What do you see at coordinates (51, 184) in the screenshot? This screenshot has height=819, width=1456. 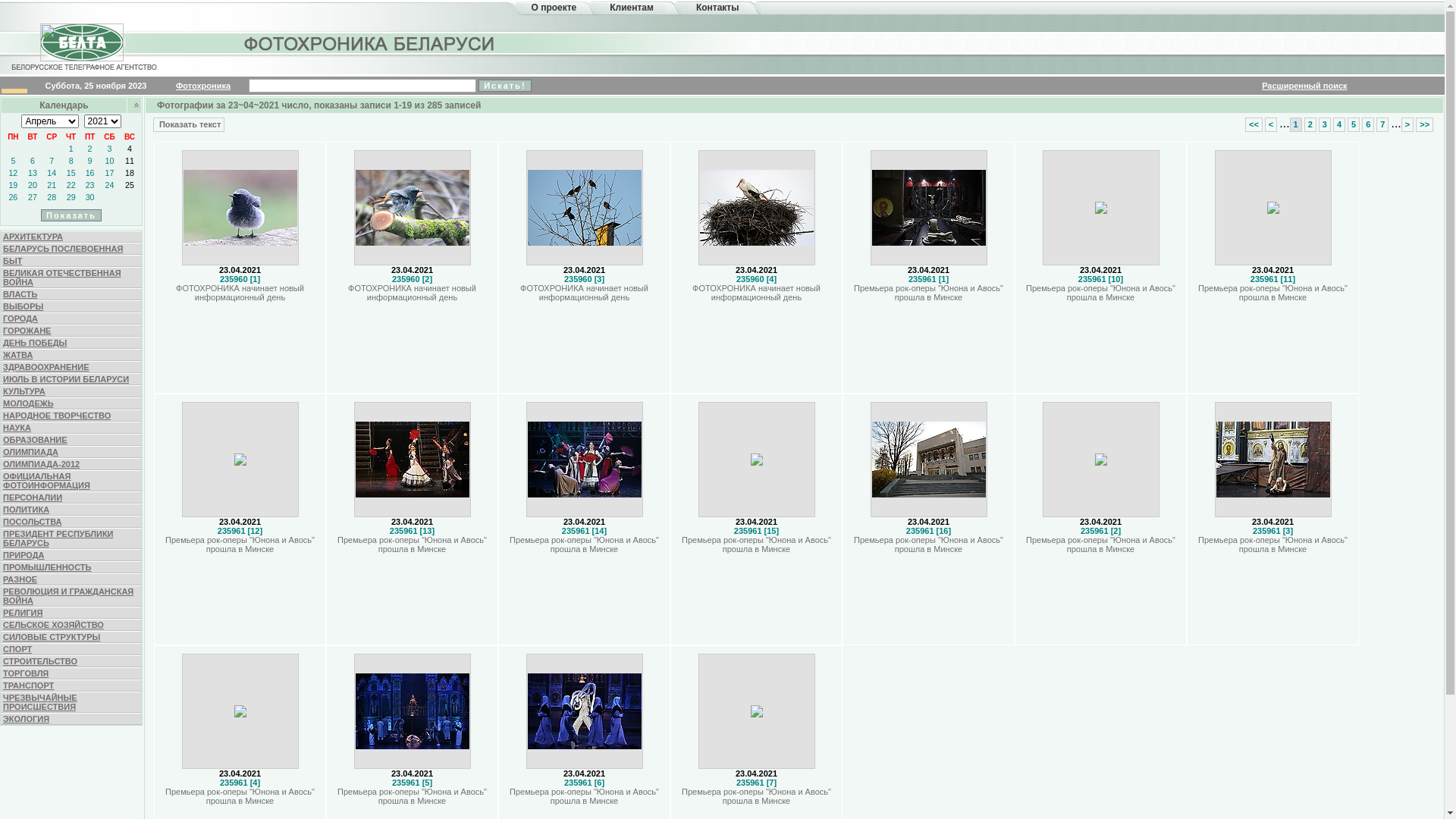 I see `'21'` at bounding box center [51, 184].